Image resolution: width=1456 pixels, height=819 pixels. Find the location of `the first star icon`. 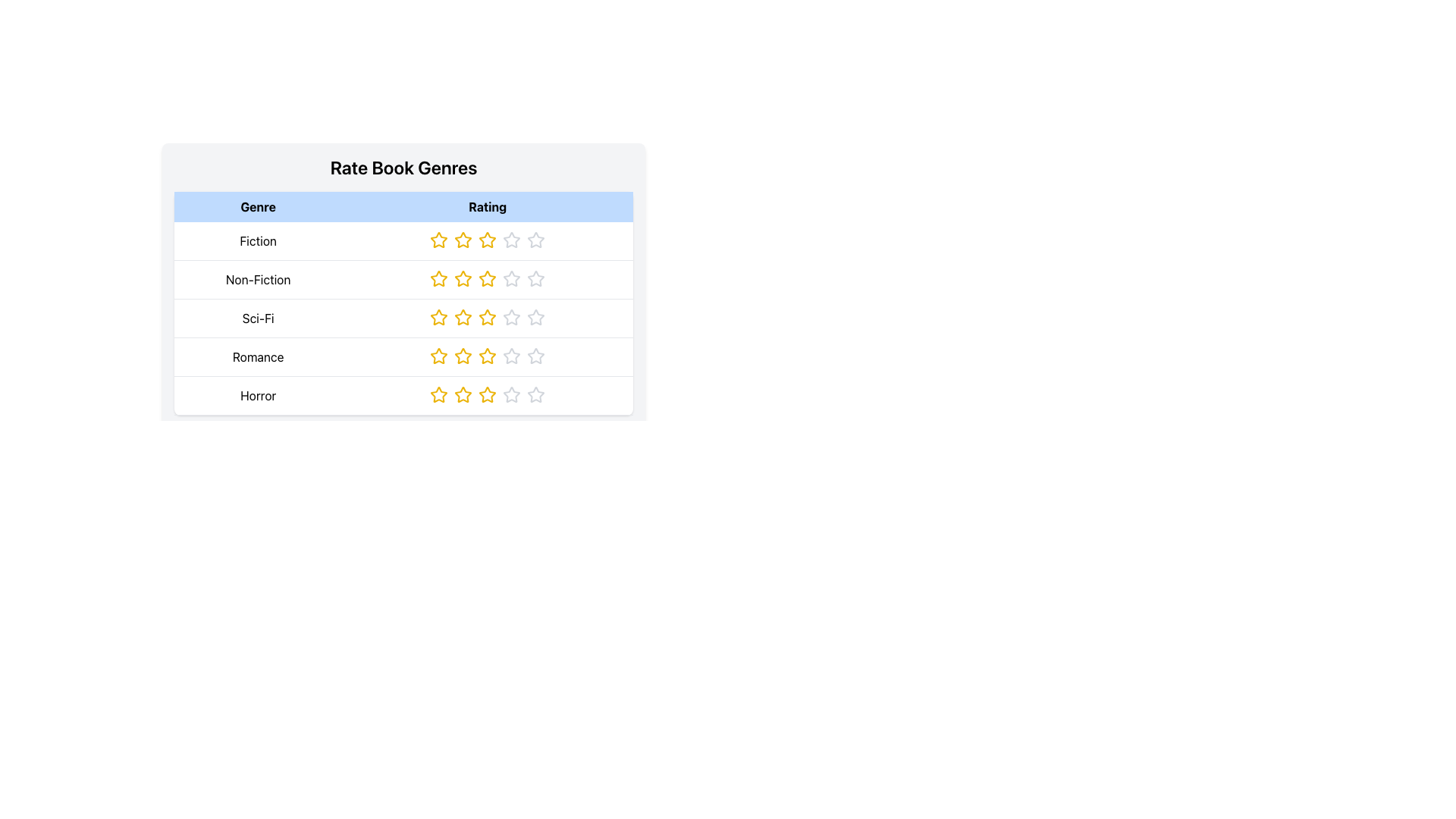

the first star icon is located at coordinates (438, 239).